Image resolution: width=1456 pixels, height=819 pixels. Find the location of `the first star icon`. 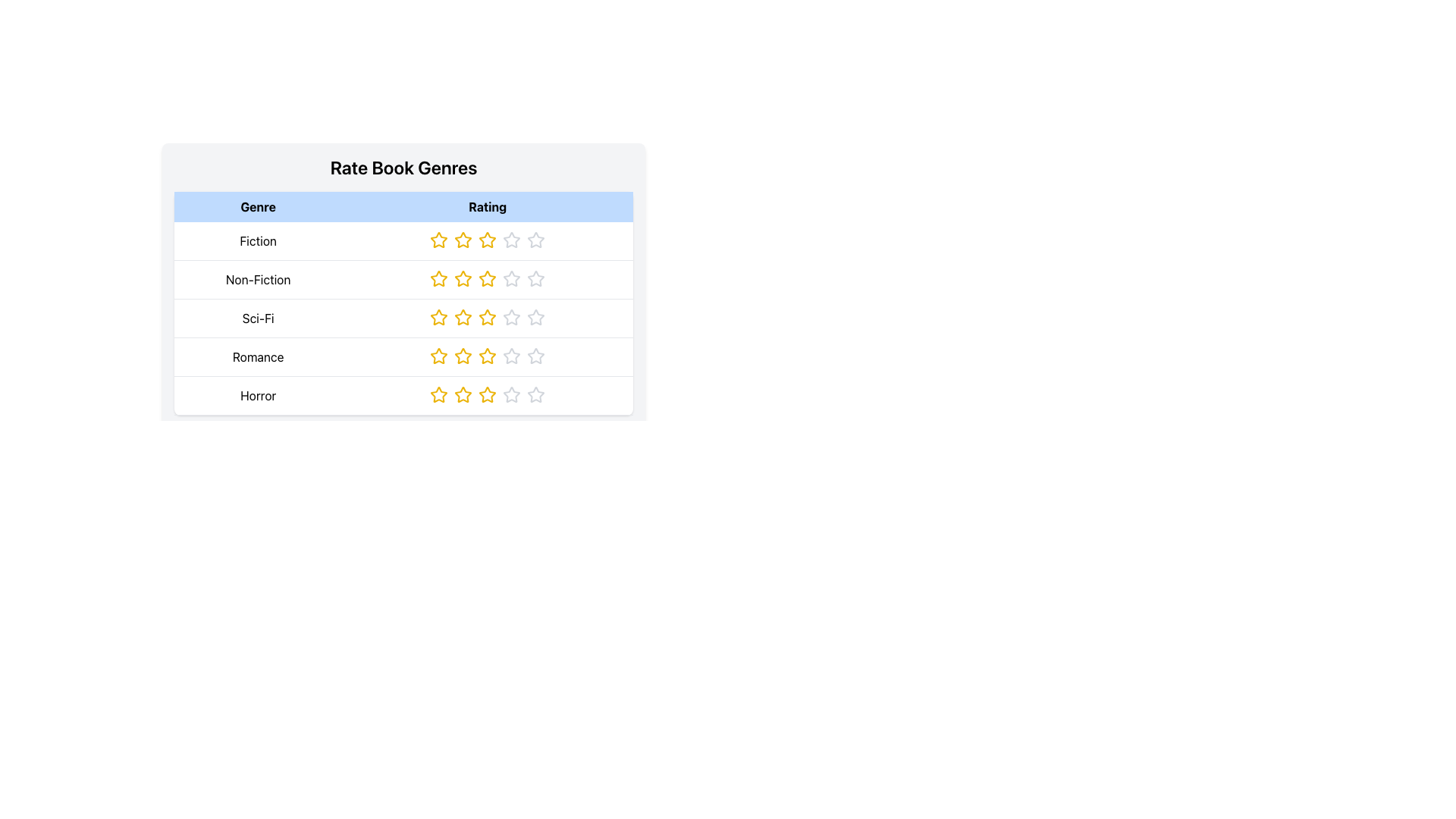

the first star icon is located at coordinates (438, 239).